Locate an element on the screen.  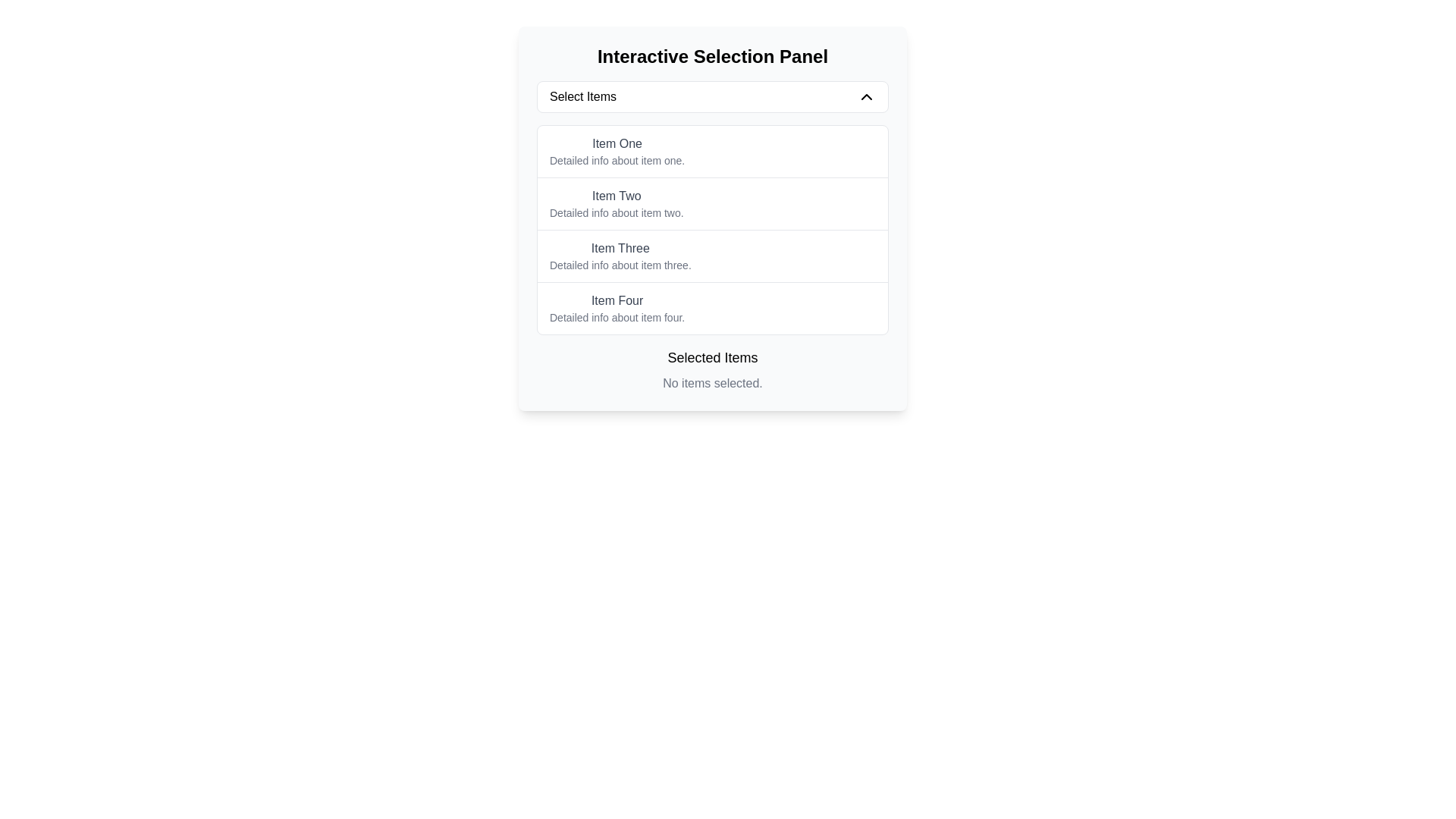
the third list item, which displays a title and description is located at coordinates (712, 255).